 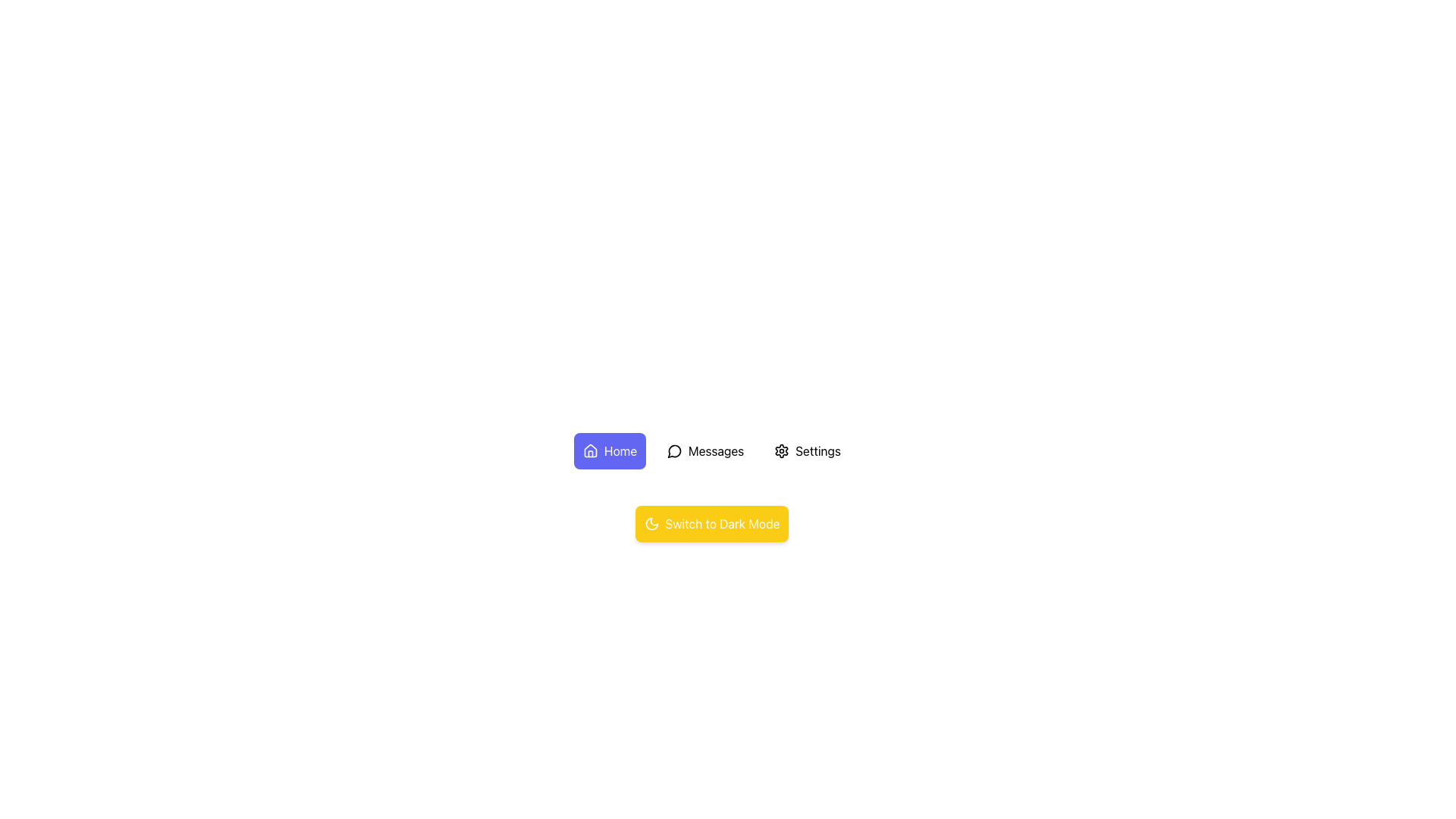 I want to click on the 'Messages' navigation icon, which visually indicates the related functionality and is positioned to the left of the 'Messages' label, so click(x=673, y=450).